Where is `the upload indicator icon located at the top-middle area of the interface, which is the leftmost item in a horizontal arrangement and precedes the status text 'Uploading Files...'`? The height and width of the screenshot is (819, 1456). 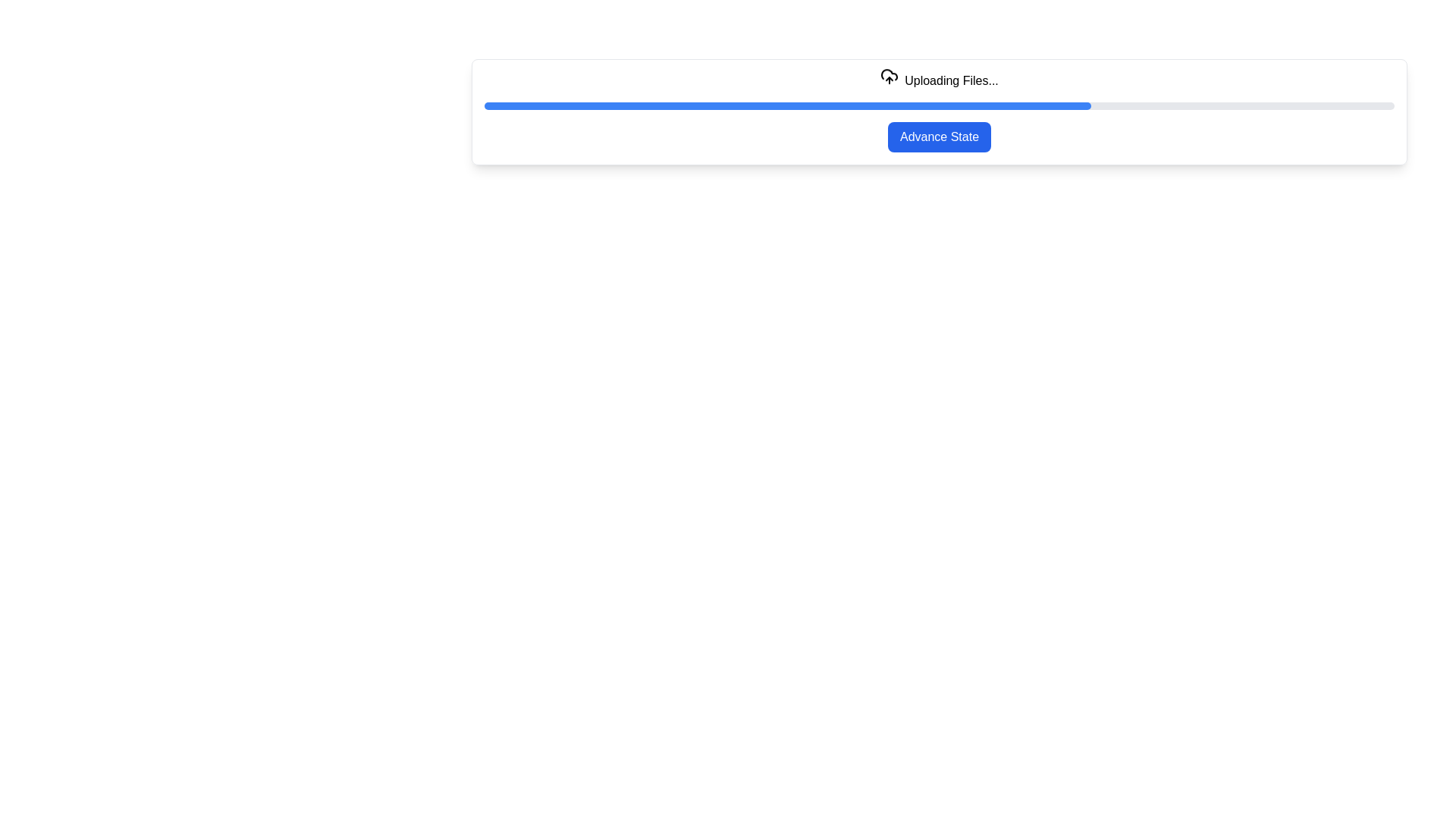
the upload indicator icon located at the top-middle area of the interface, which is the leftmost item in a horizontal arrangement and precedes the status text 'Uploading Files...' is located at coordinates (890, 79).